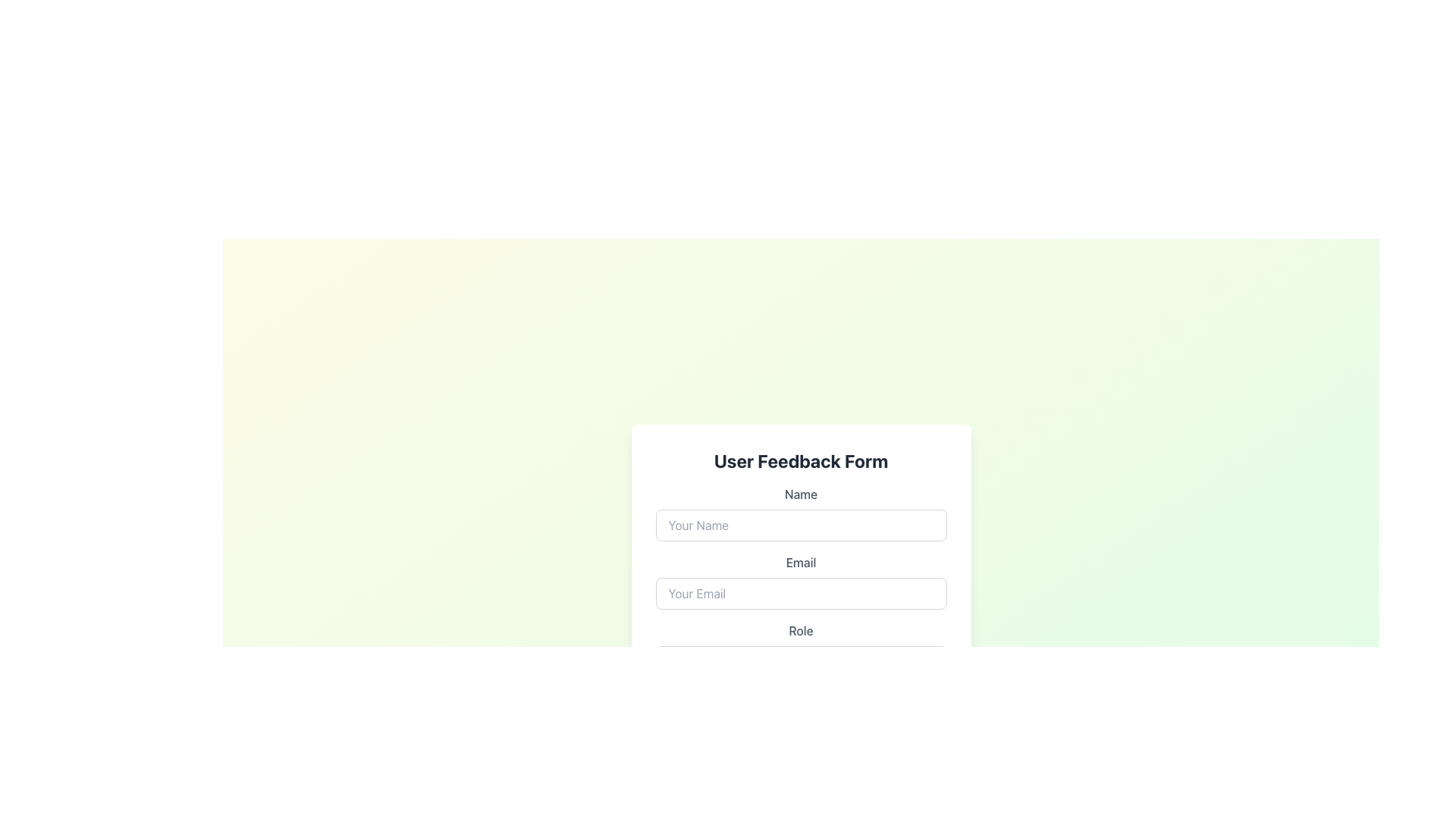 This screenshot has width=1456, height=819. What do you see at coordinates (800, 513) in the screenshot?
I see `the first input field for user name in the 'User Feedback Form'` at bounding box center [800, 513].